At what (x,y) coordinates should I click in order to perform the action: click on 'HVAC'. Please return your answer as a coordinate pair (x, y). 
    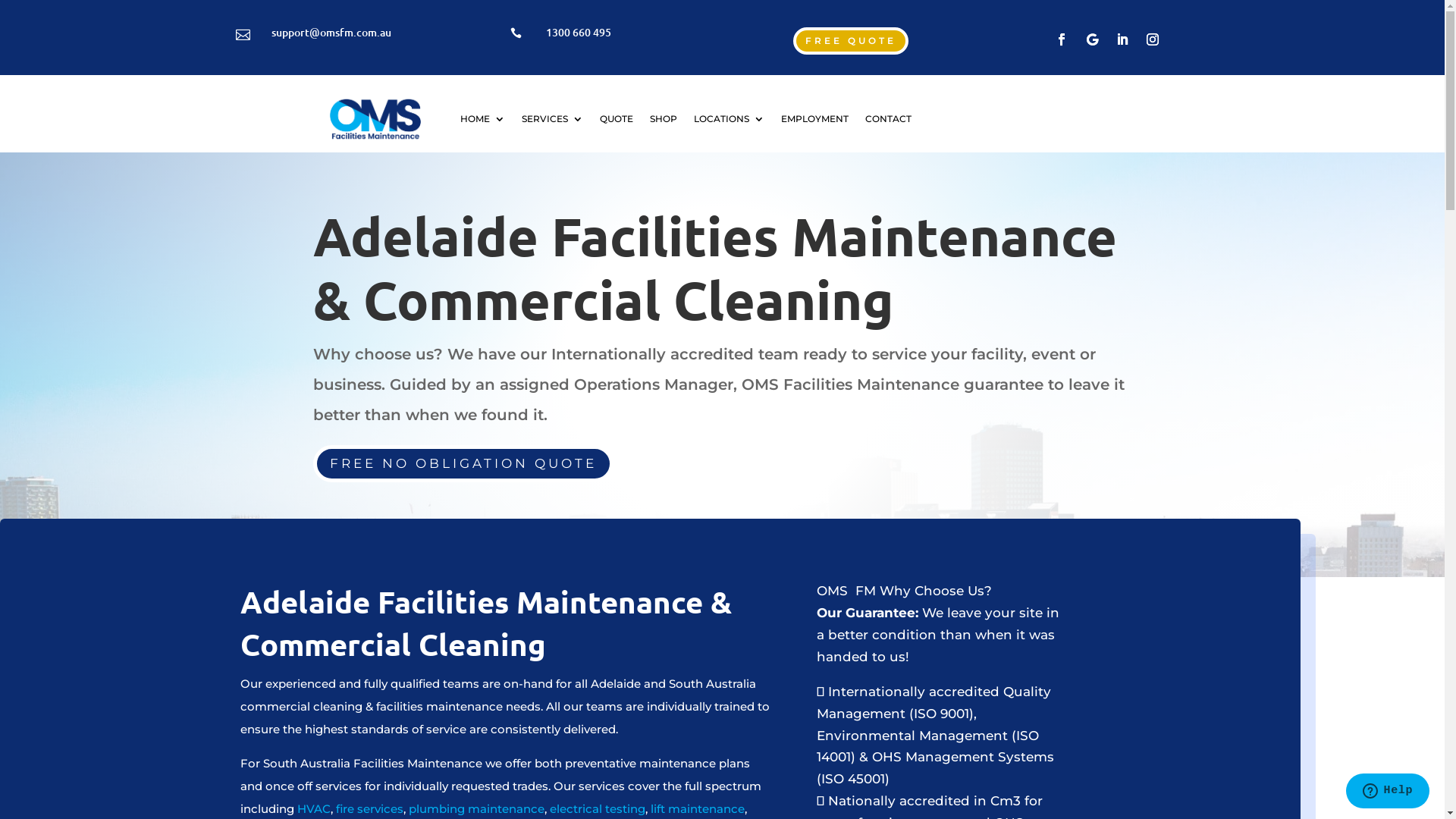
    Looking at the image, I should click on (312, 808).